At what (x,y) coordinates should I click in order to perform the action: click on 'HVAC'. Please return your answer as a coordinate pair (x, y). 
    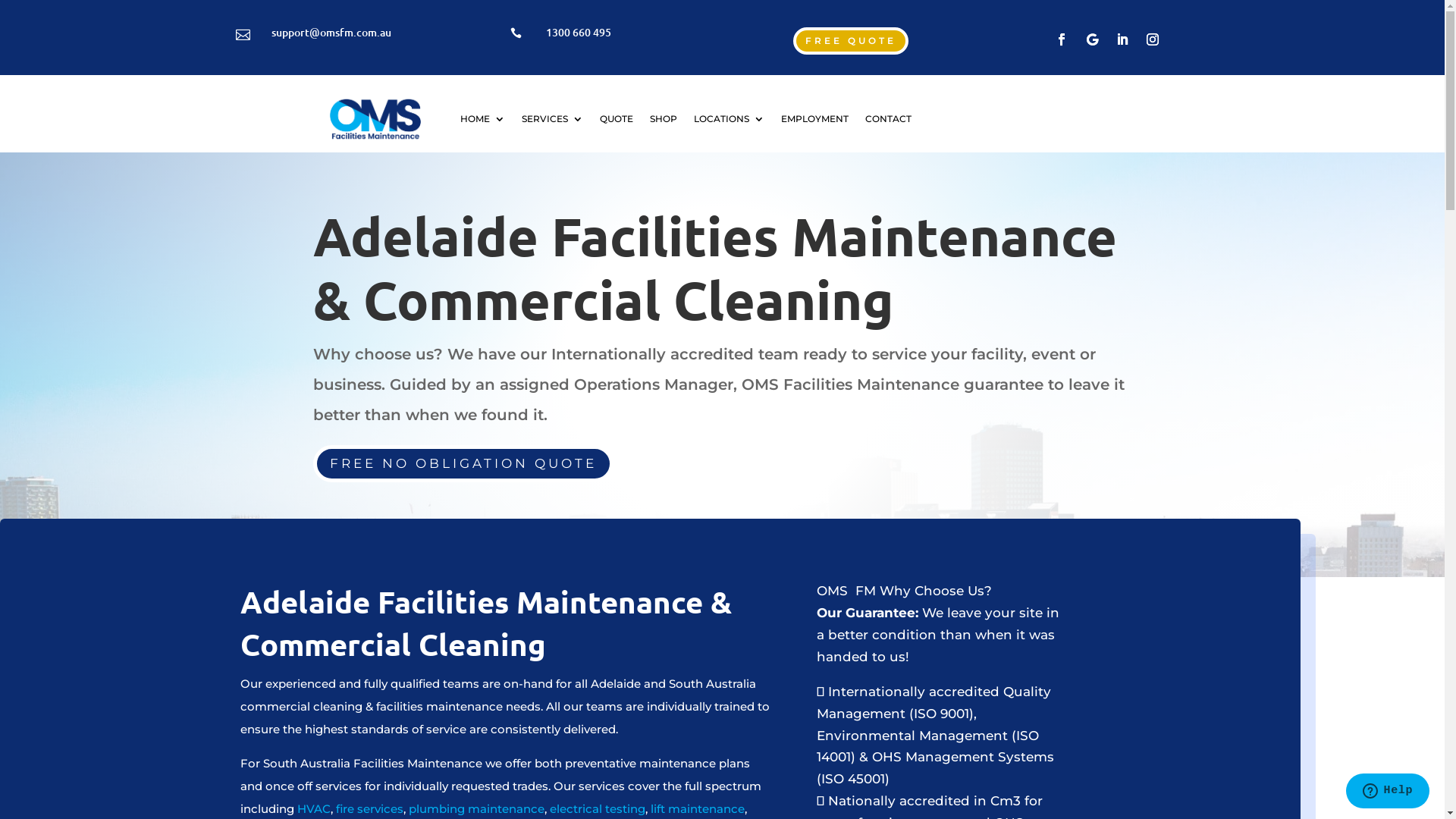
    Looking at the image, I should click on (312, 808).